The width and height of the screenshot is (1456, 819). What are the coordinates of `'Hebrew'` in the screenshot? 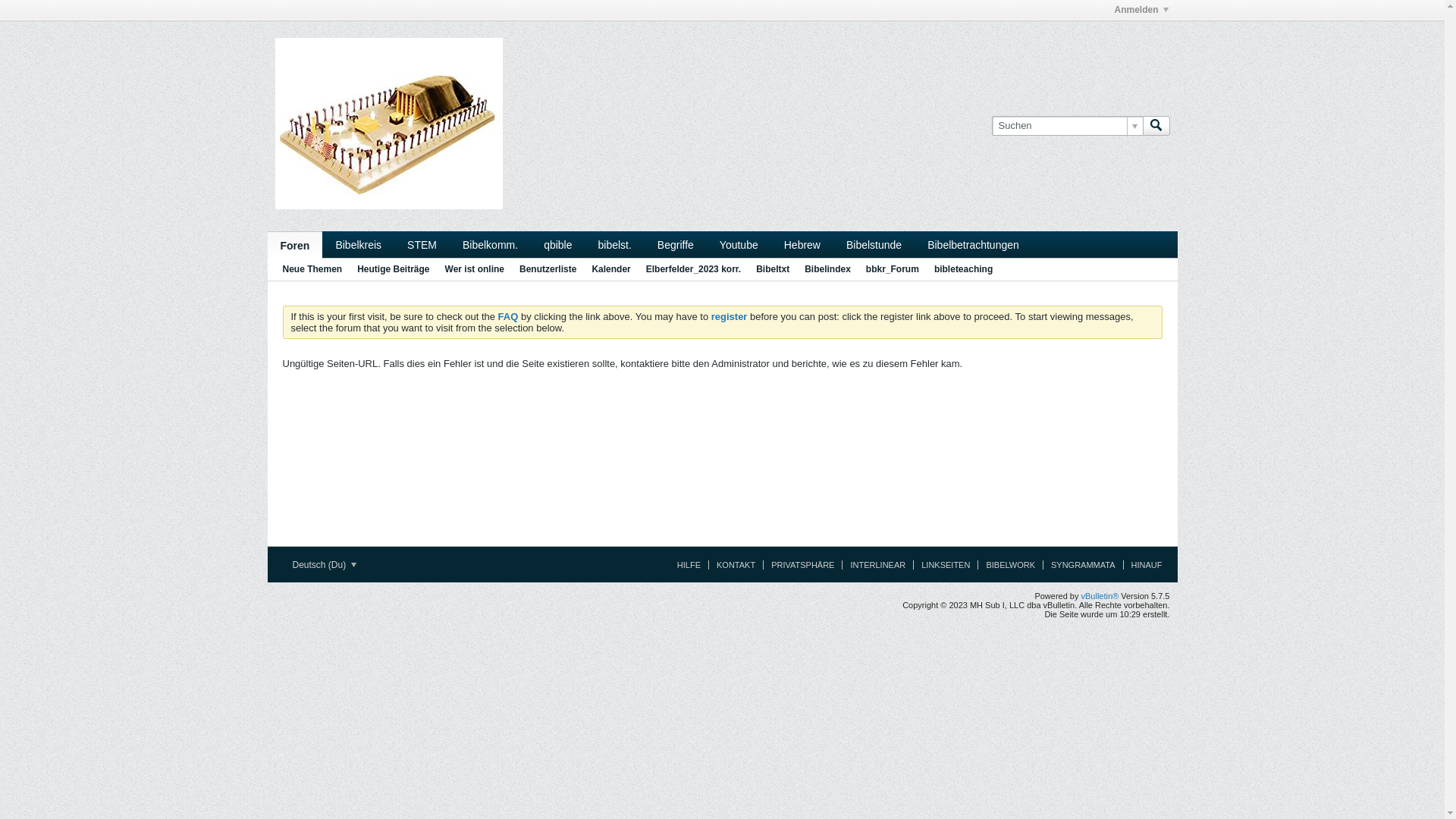 It's located at (771, 243).